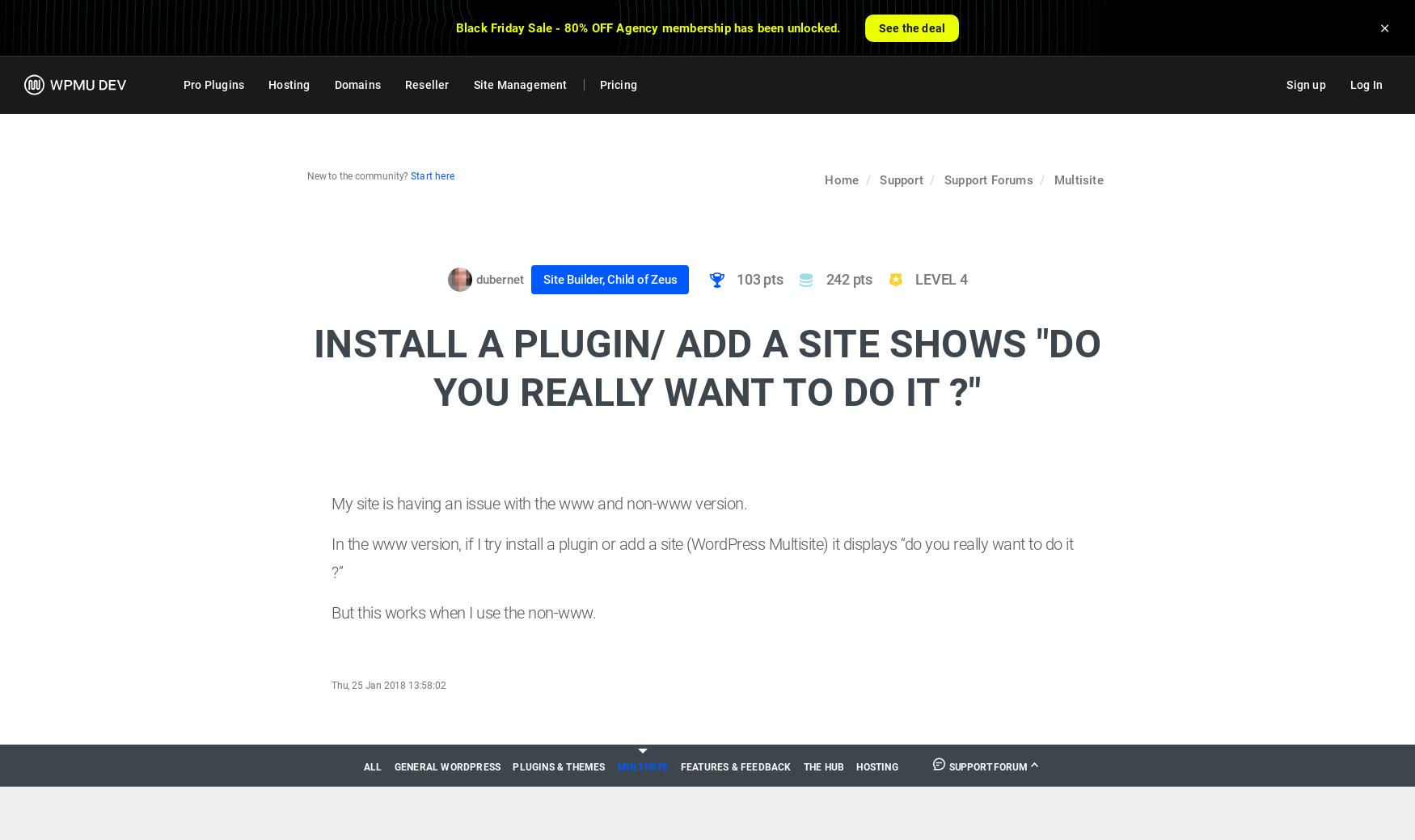 The width and height of the screenshot is (1415, 840). What do you see at coordinates (499, 279) in the screenshot?
I see `'dubernet'` at bounding box center [499, 279].